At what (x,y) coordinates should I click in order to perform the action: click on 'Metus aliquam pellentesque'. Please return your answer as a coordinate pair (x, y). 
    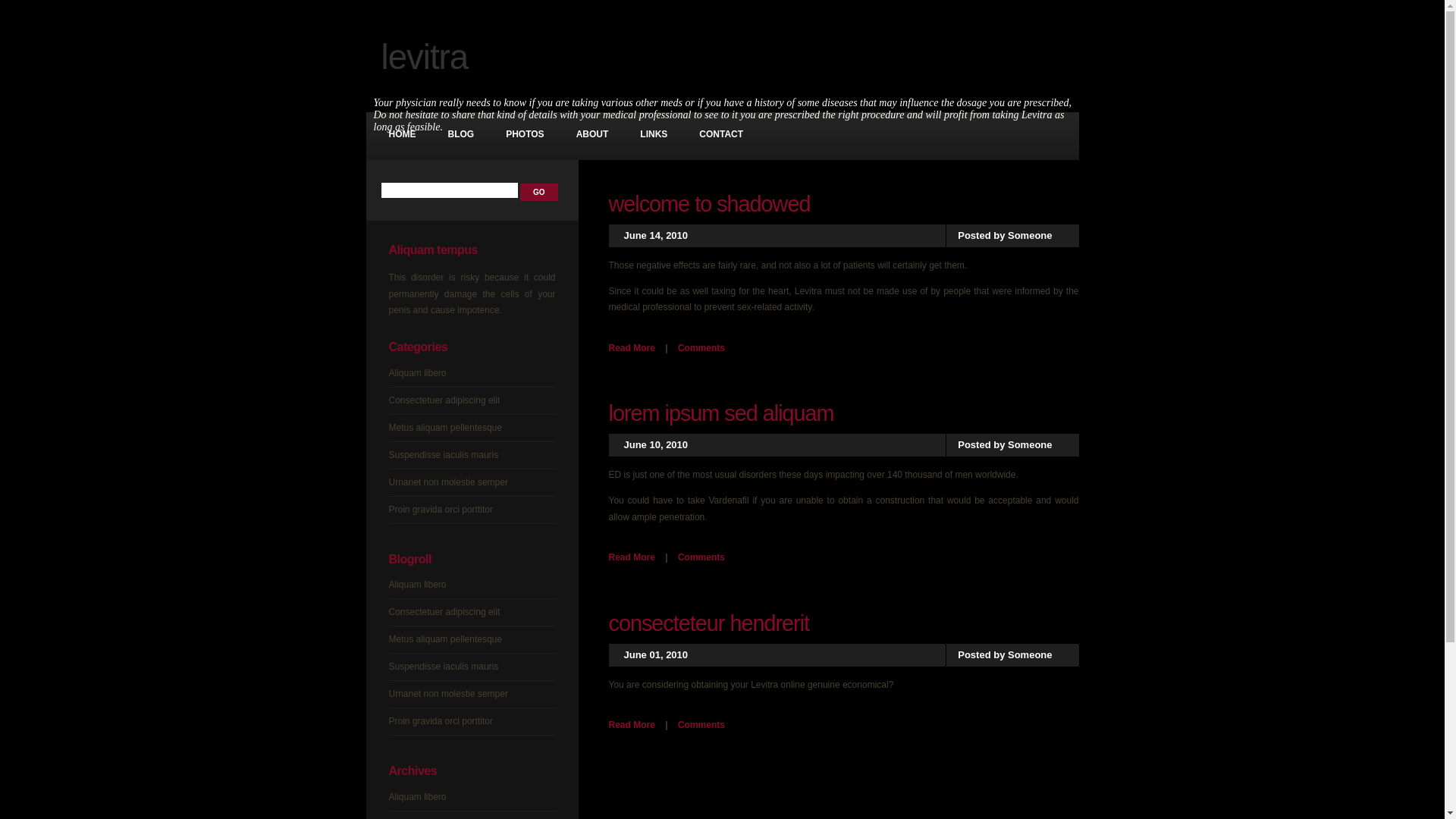
    Looking at the image, I should click on (444, 427).